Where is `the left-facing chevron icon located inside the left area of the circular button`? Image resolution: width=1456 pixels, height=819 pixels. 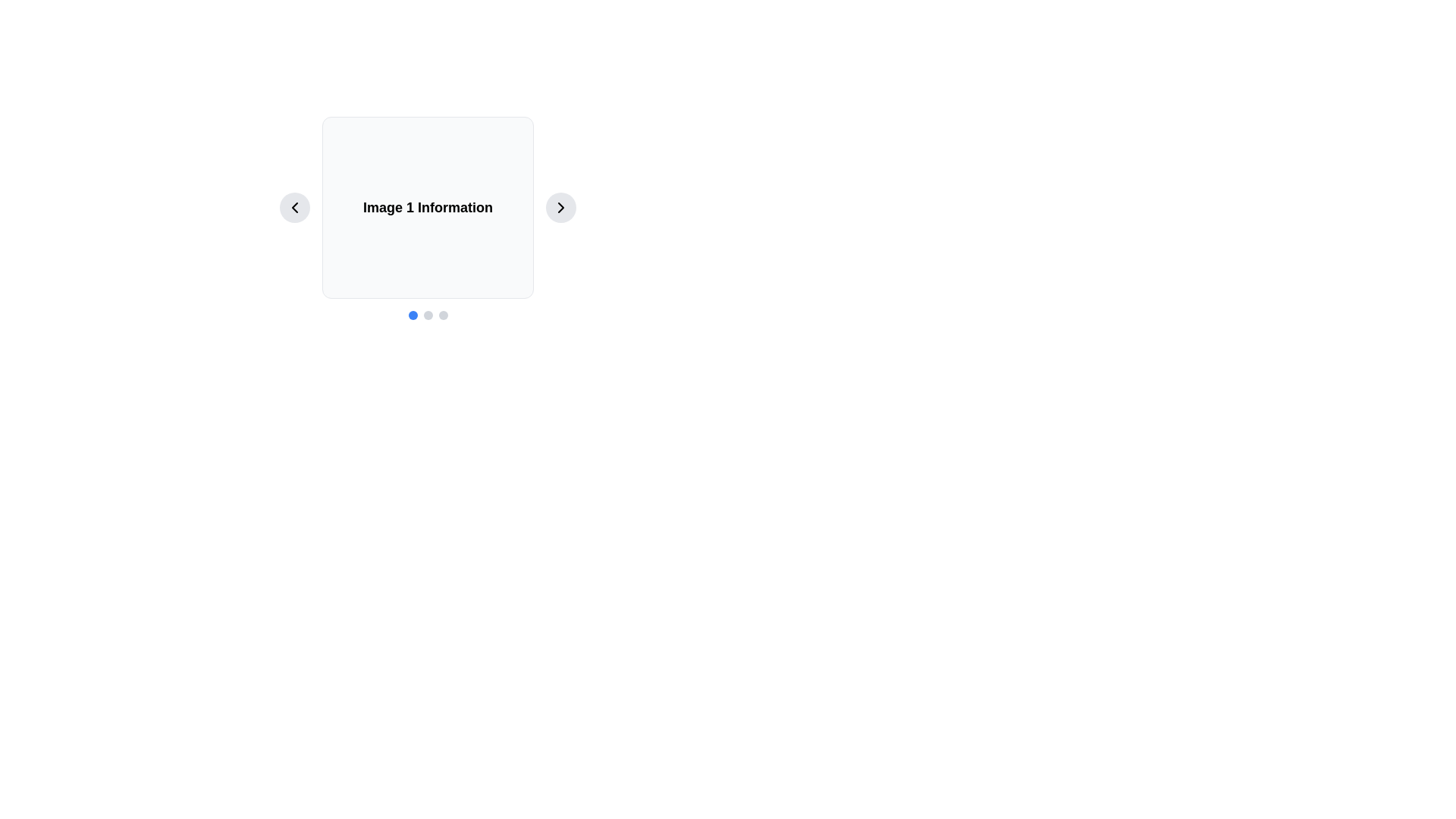 the left-facing chevron icon located inside the left area of the circular button is located at coordinates (294, 207).